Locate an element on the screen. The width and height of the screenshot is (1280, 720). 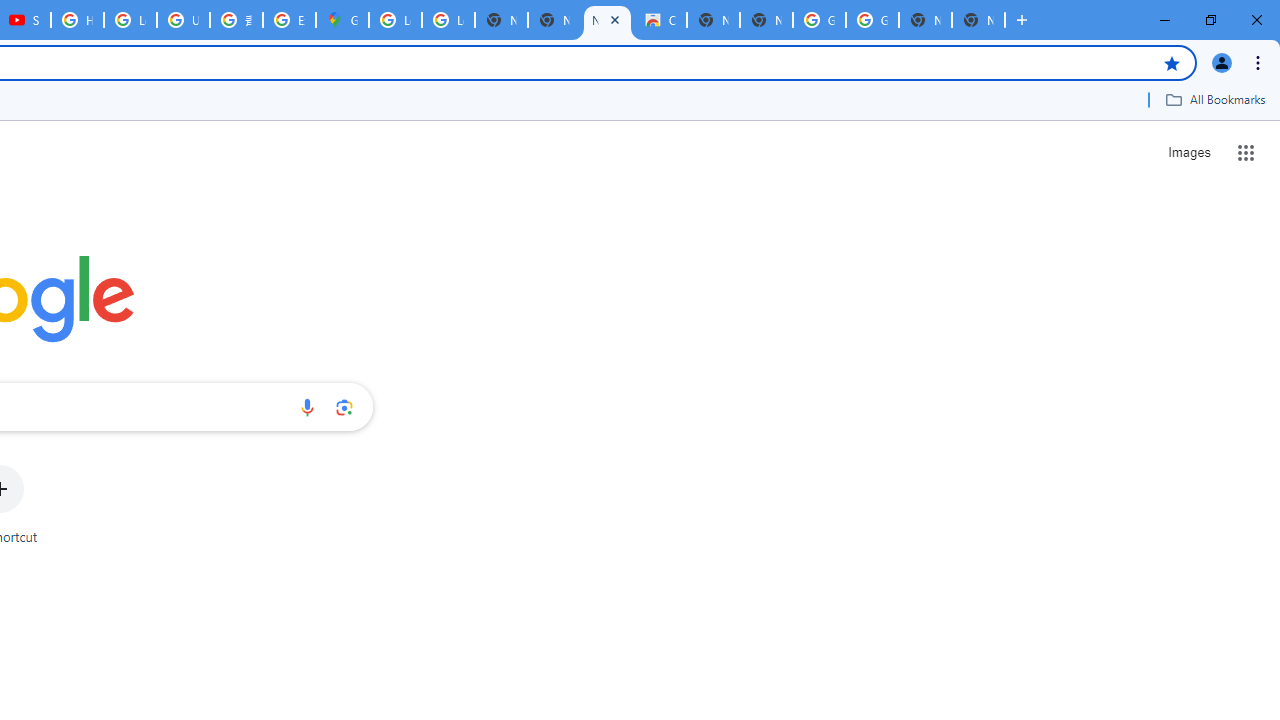
'Search by voice' is located at coordinates (306, 406).